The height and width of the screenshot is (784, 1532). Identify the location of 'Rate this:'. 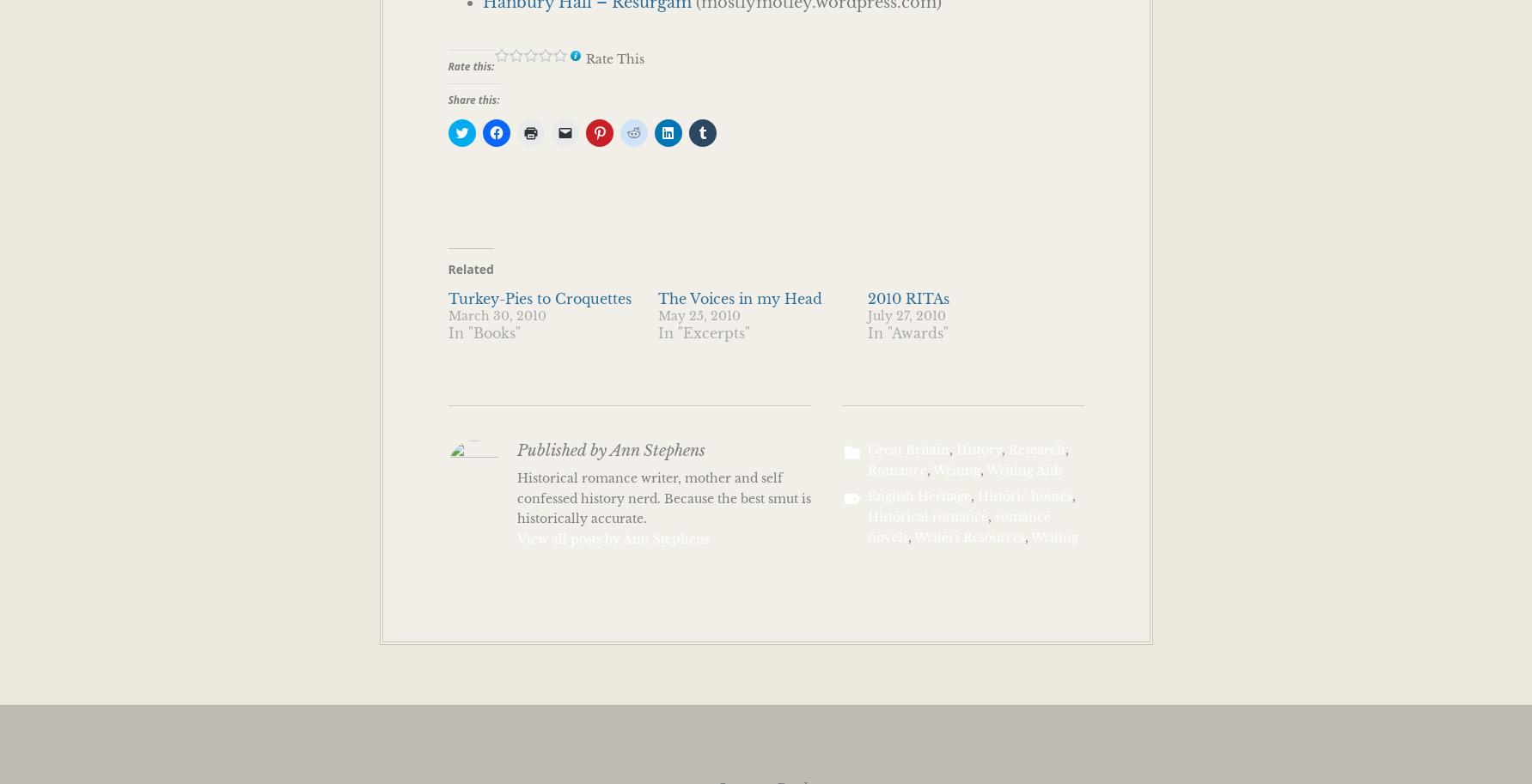
(469, 65).